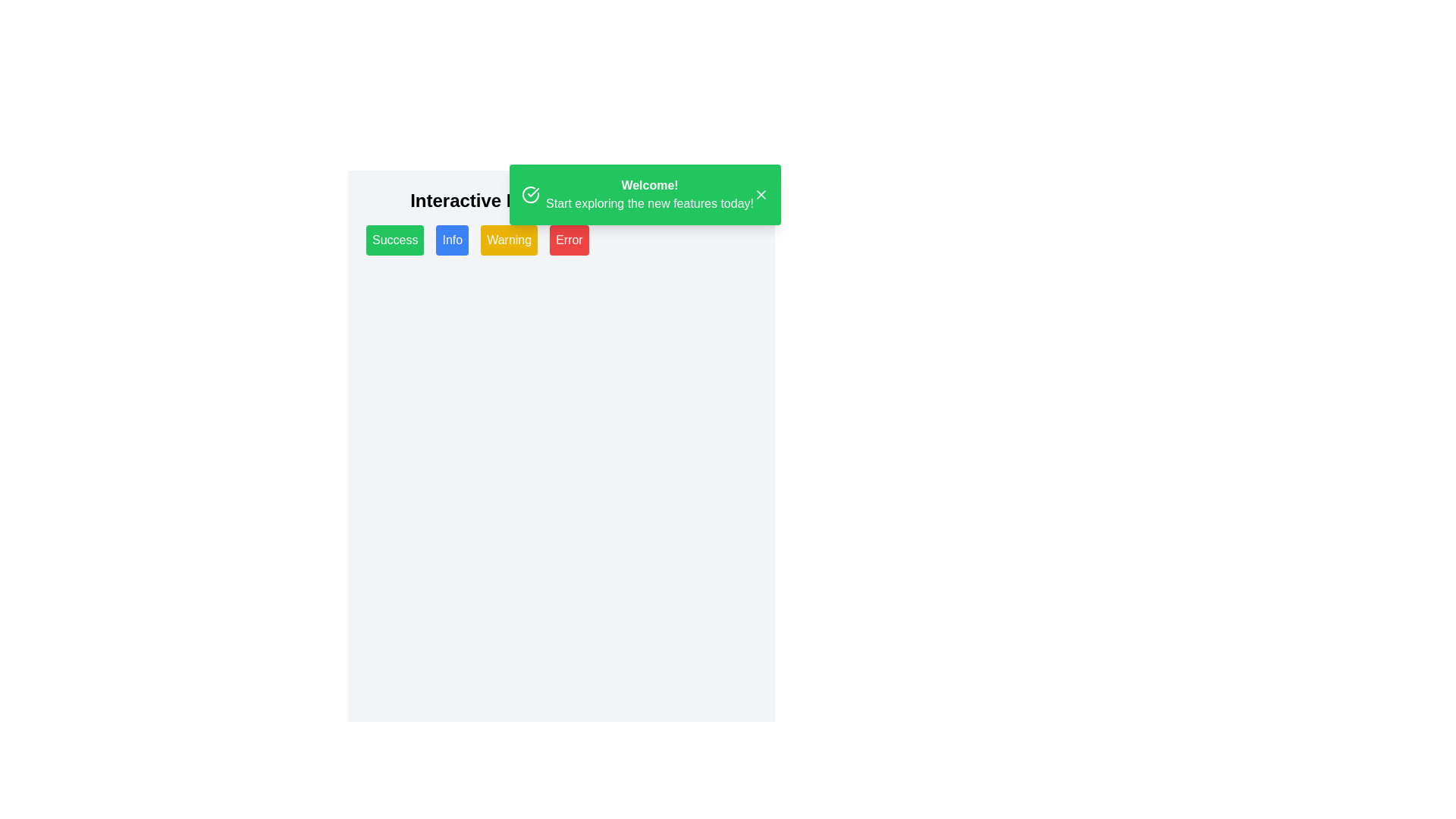  Describe the element at coordinates (650, 194) in the screenshot. I see `the static greeting text located in the top-right area of the interface within the green notification panel` at that location.